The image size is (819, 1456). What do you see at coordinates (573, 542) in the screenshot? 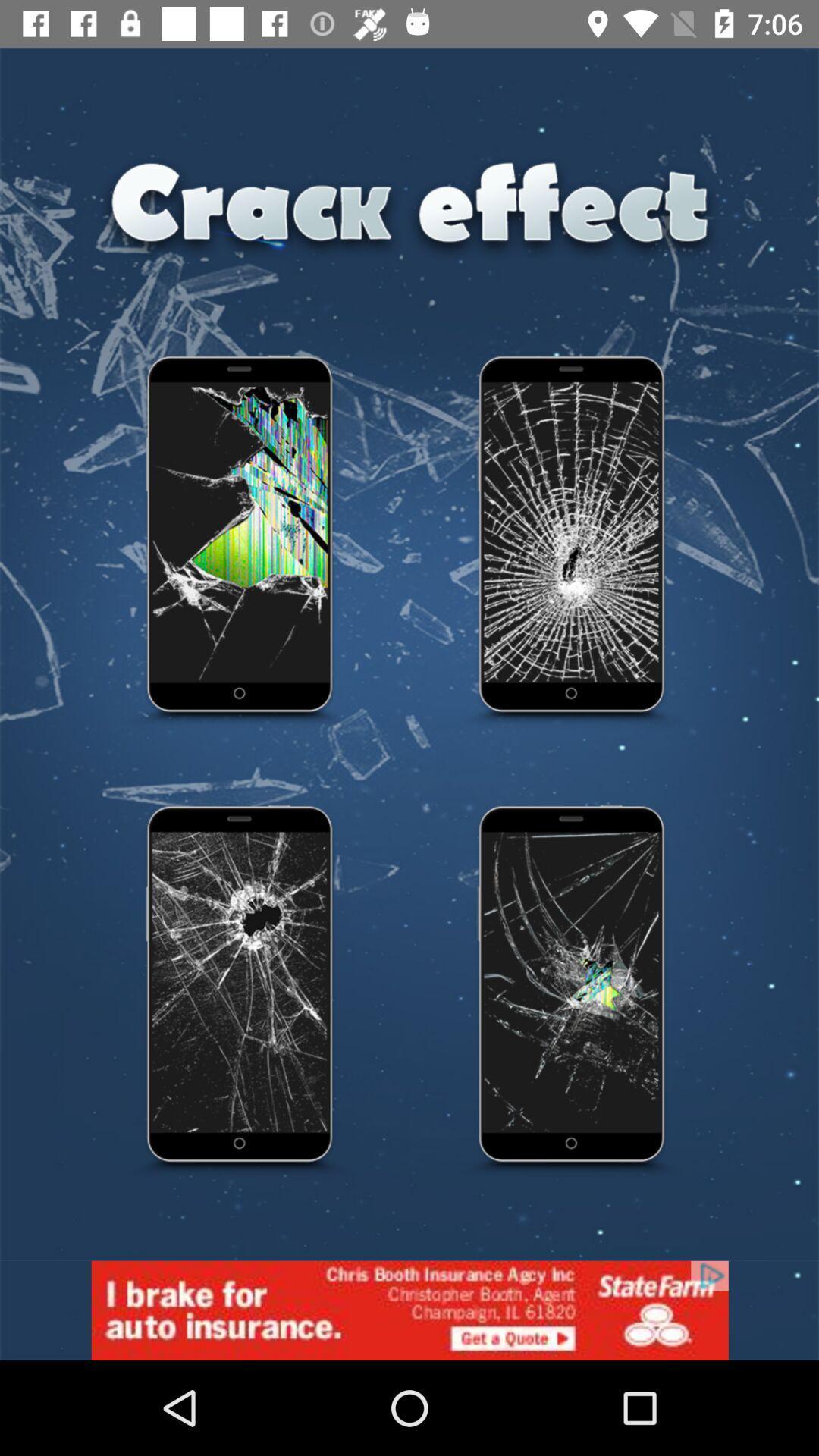
I see `crack effect option` at bounding box center [573, 542].